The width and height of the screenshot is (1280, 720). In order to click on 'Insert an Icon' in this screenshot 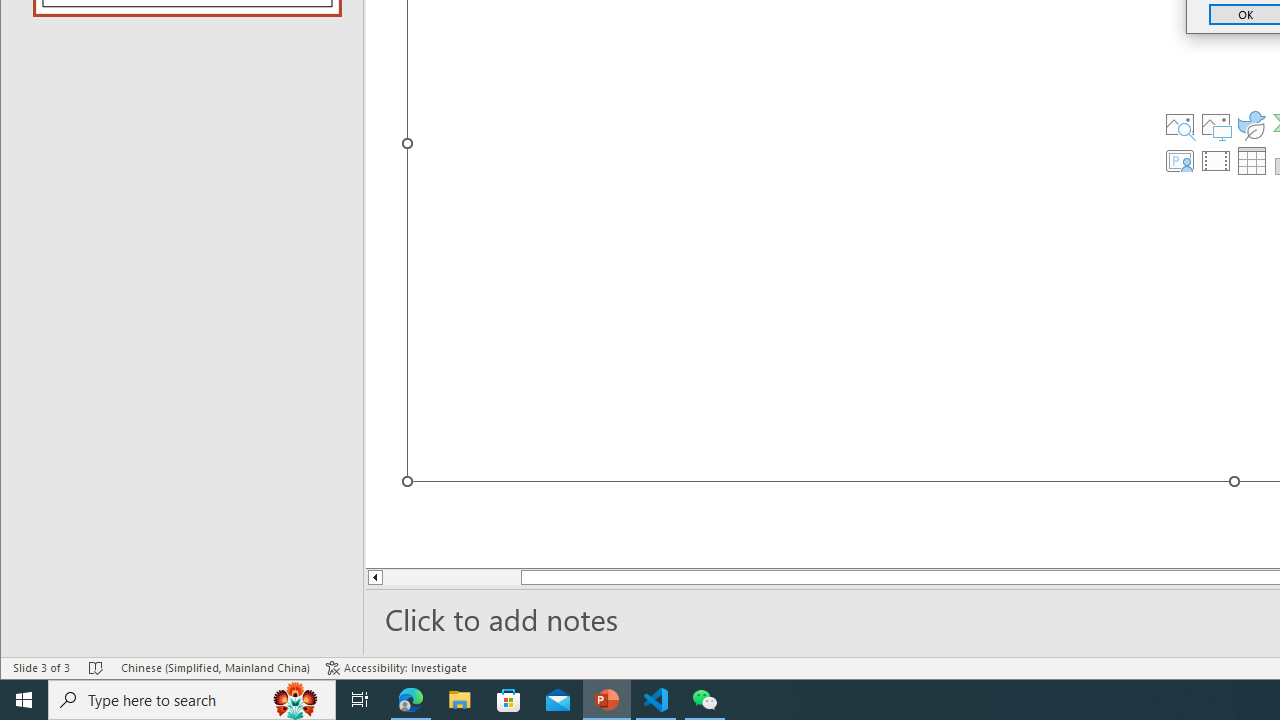, I will do `click(1251, 124)`.